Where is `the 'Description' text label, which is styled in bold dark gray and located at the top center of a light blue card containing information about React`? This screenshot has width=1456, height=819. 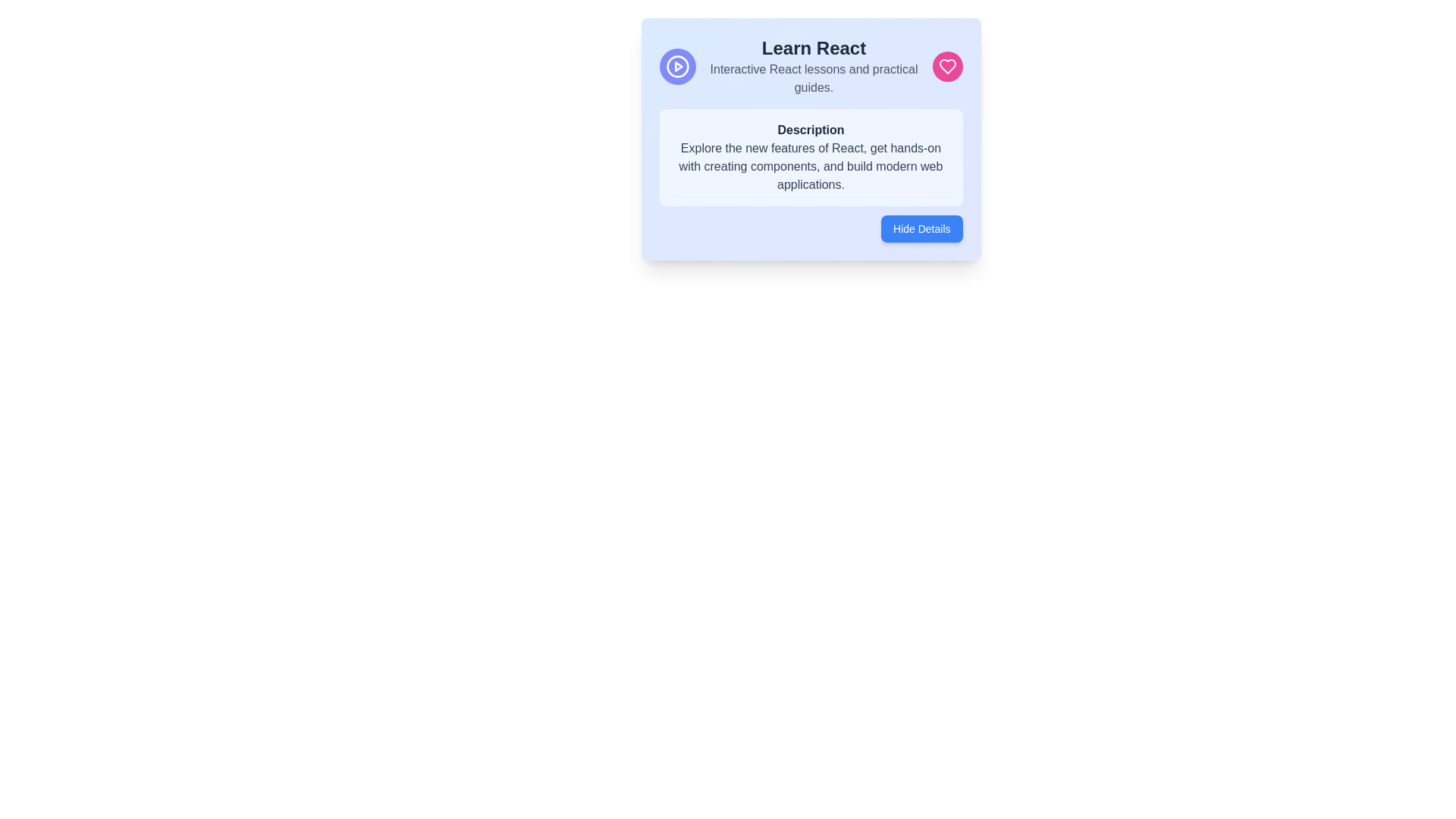 the 'Description' text label, which is styled in bold dark gray and located at the top center of a light blue card containing information about React is located at coordinates (810, 130).